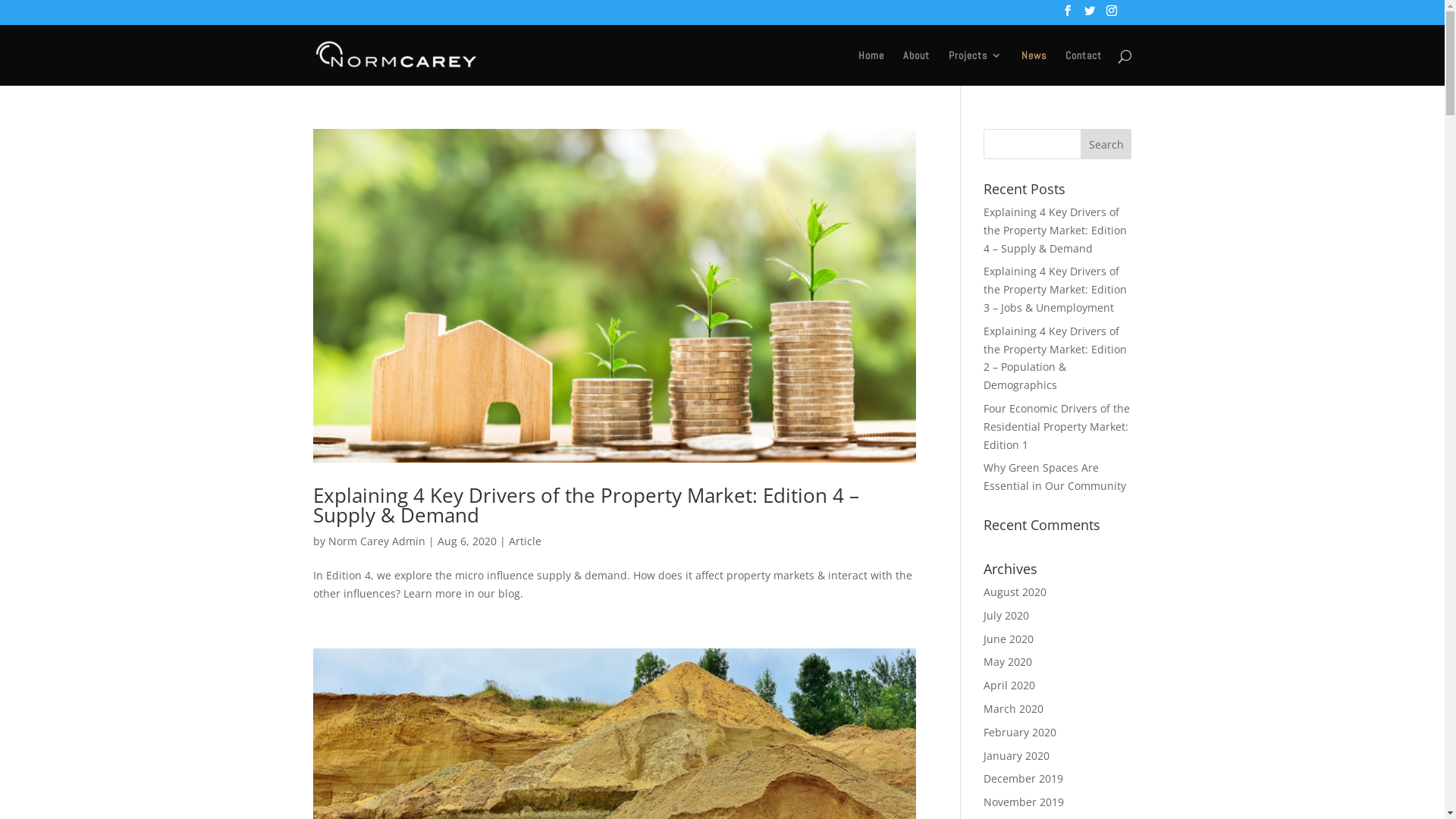 The height and width of the screenshot is (819, 1456). What do you see at coordinates (1023, 801) in the screenshot?
I see `'November 2019'` at bounding box center [1023, 801].